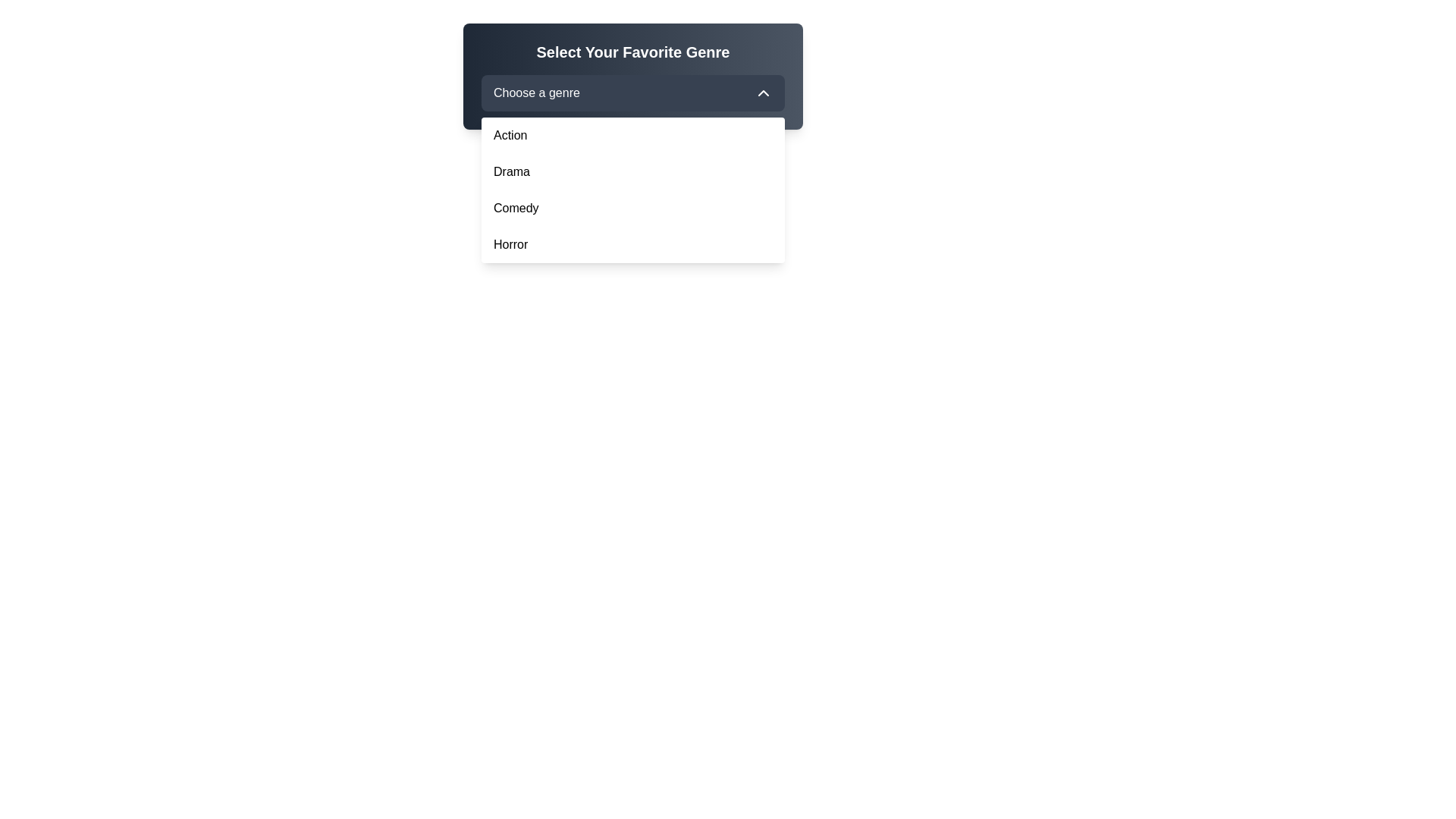  Describe the element at coordinates (633, 76) in the screenshot. I see `the dropdown menu titled 'Select Your Favorite Genre'` at that location.